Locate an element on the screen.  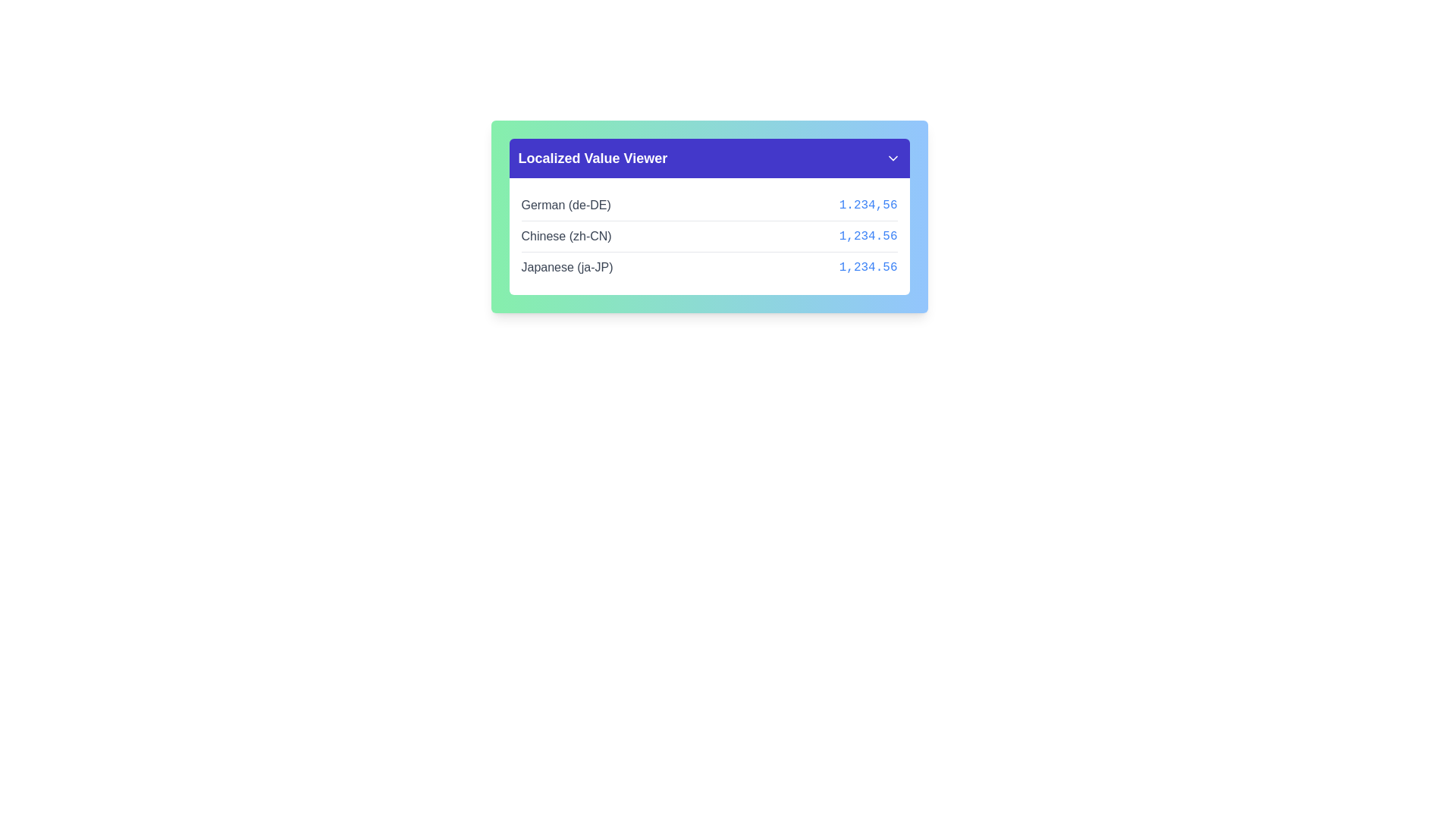
the static text displaying a formatted numerical value located on the third row of the table under the 'Localized Value Viewer' panel, adjacent to 'Japanese (ja-JP)' is located at coordinates (868, 267).